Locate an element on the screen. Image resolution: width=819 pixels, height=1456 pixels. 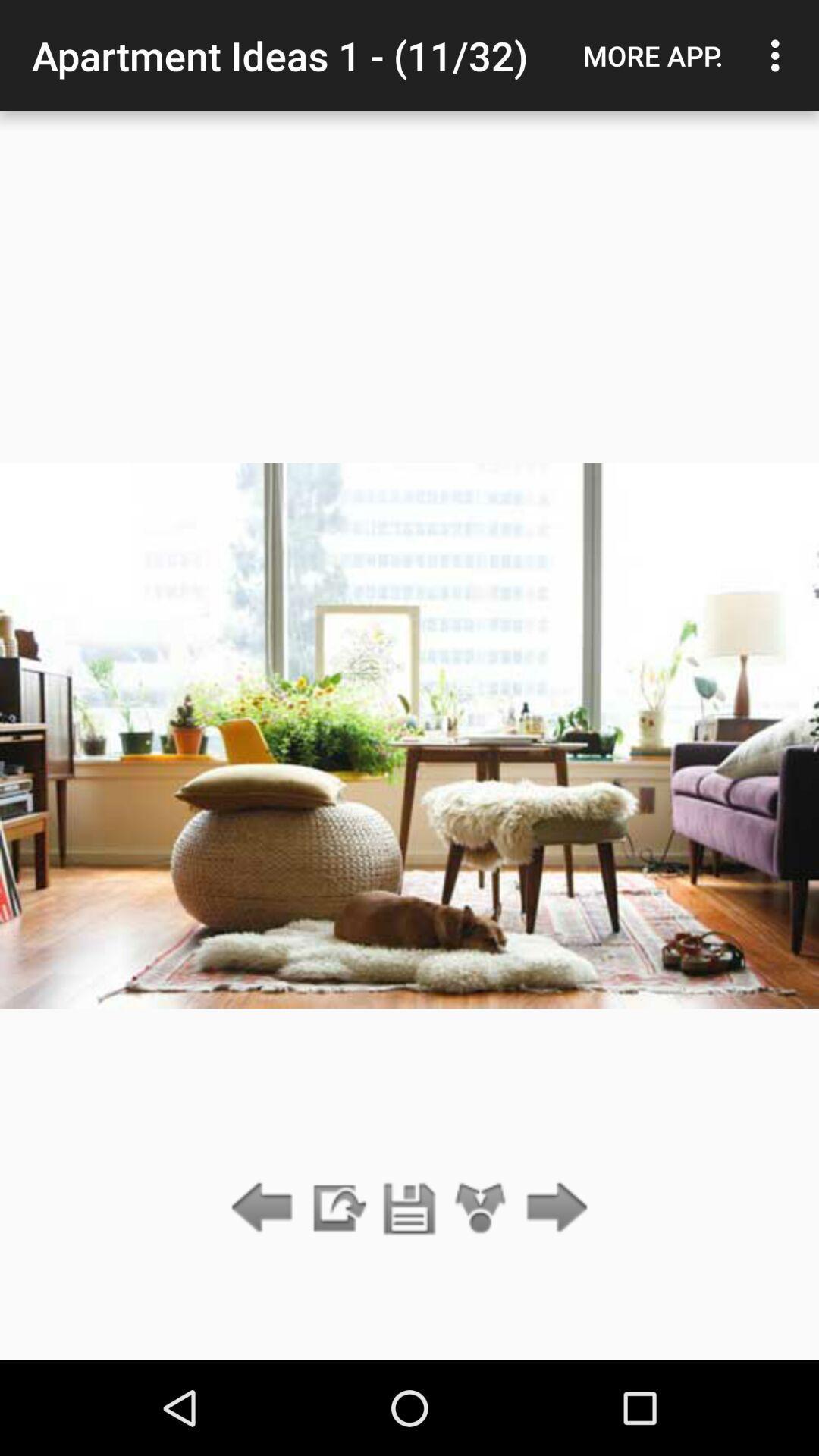
the icon below apartment ideas 1 item is located at coordinates (337, 1208).